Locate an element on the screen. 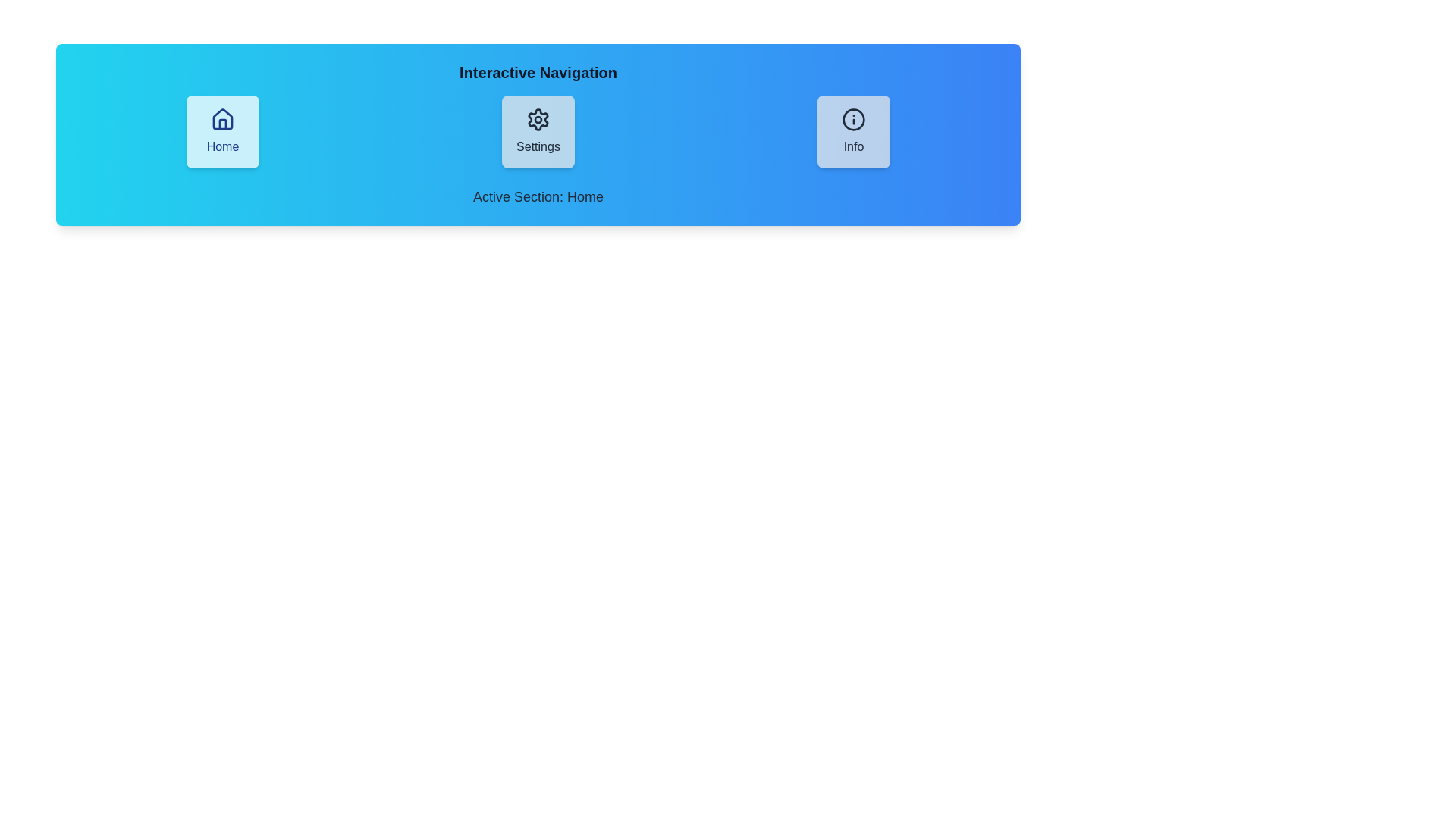 This screenshot has width=1456, height=819. the navigation button labeled Info is located at coordinates (854, 130).